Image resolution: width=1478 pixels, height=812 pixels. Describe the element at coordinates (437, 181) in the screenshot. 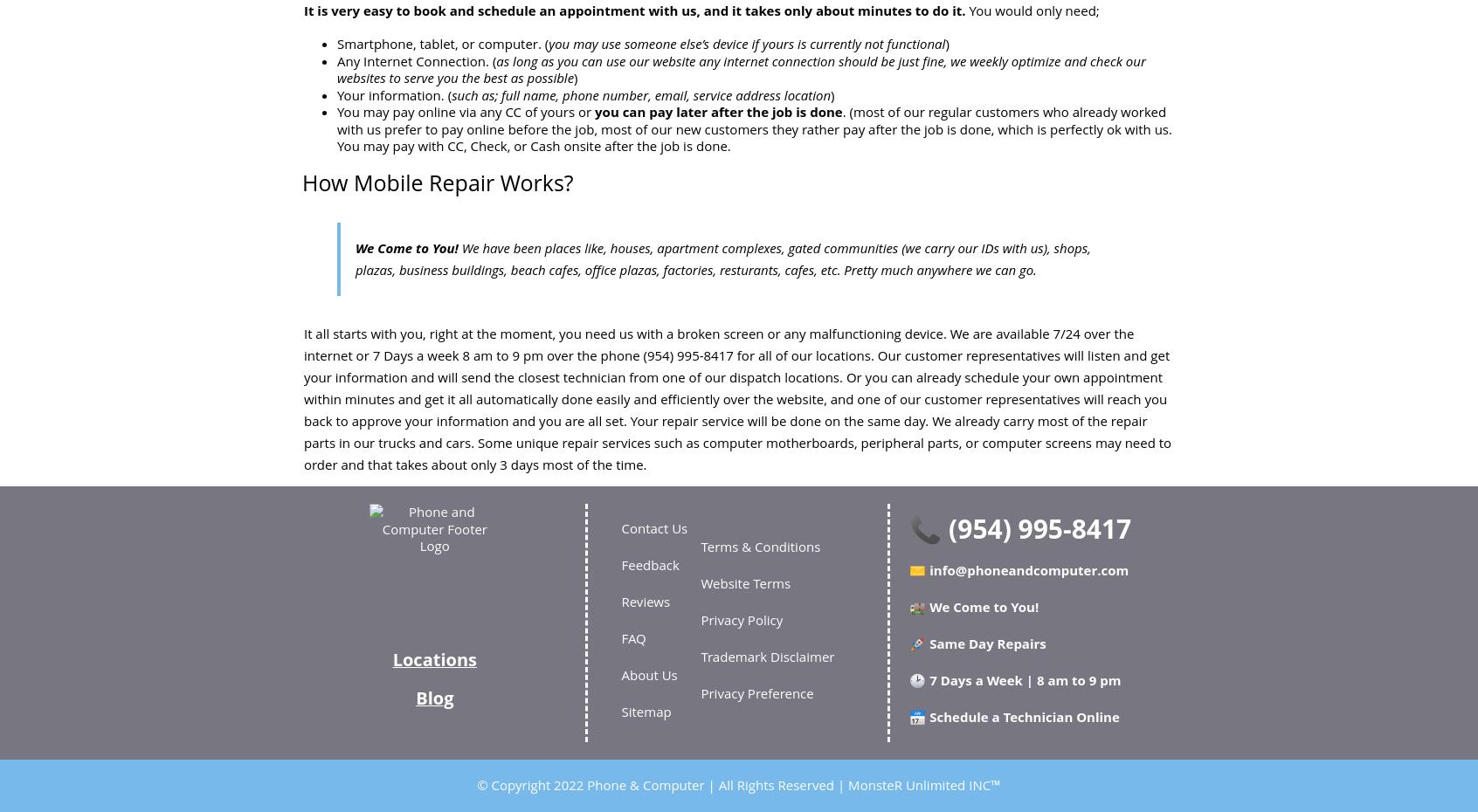

I see `'How Mobile Repair Works?'` at that location.